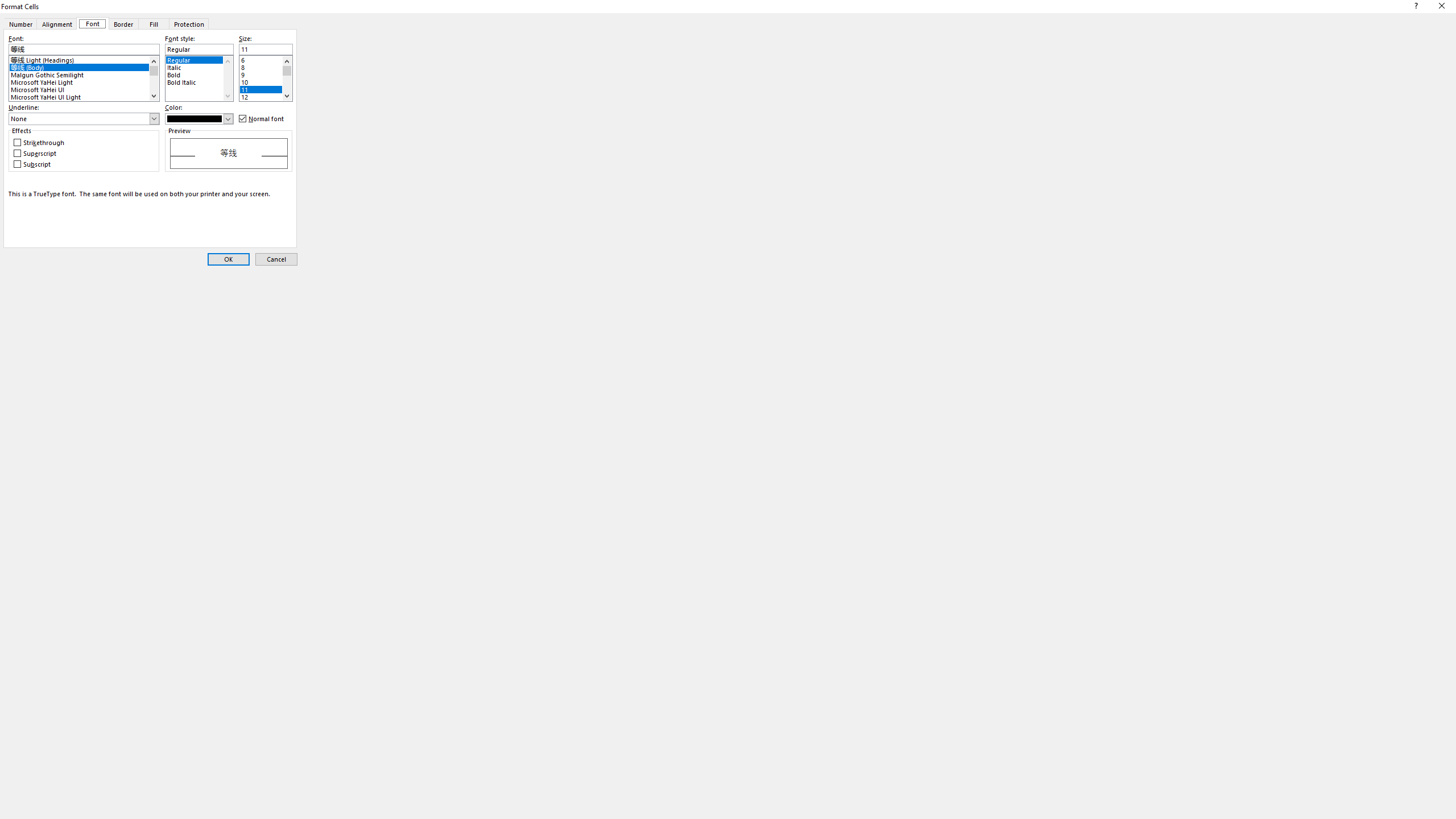  I want to click on 'Italic', so click(199, 65).